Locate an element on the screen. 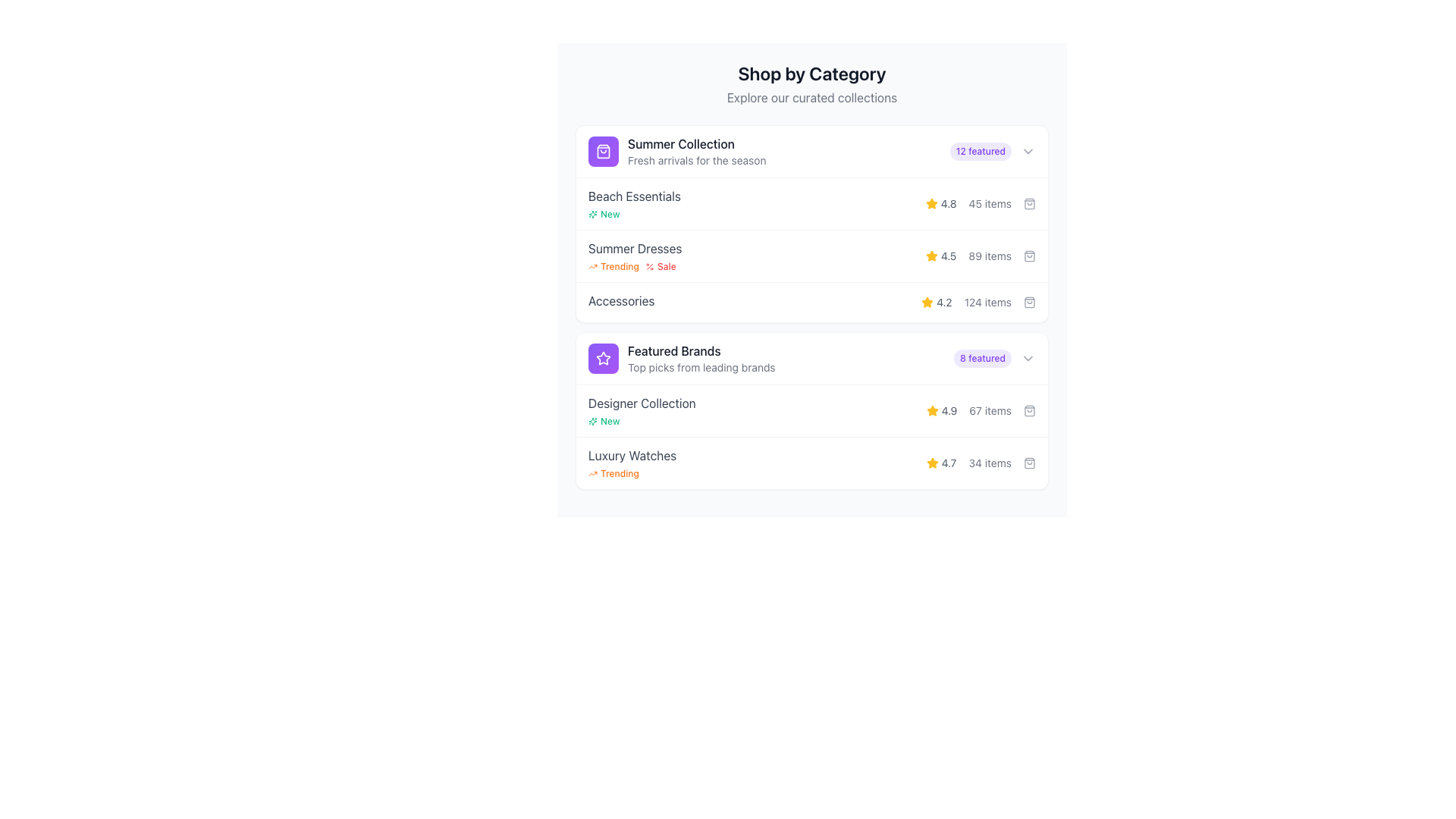  the Item metadata display component for 'Accessories' is located at coordinates (978, 302).